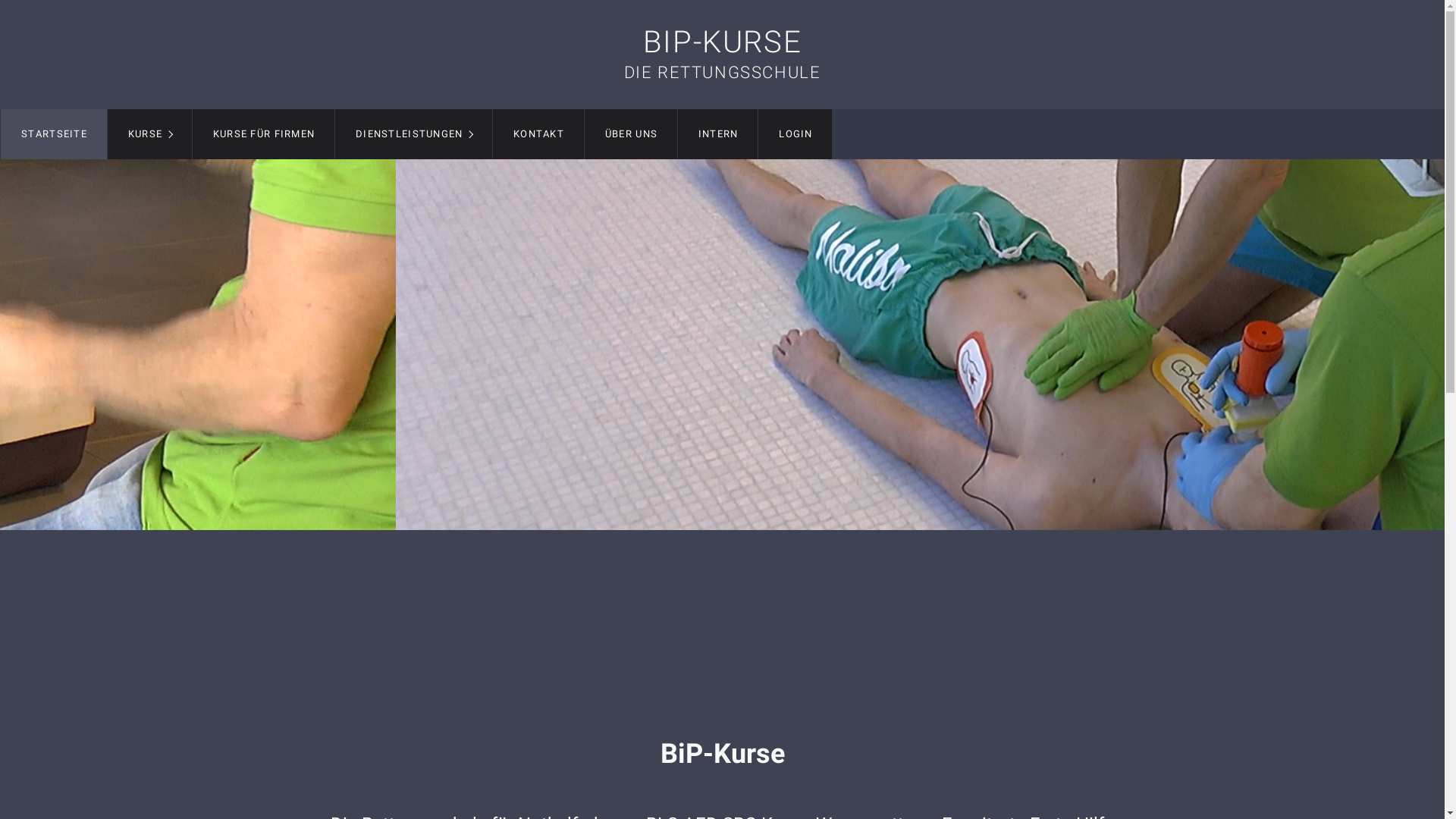  What do you see at coordinates (149, 133) in the screenshot?
I see `'KURSE'` at bounding box center [149, 133].